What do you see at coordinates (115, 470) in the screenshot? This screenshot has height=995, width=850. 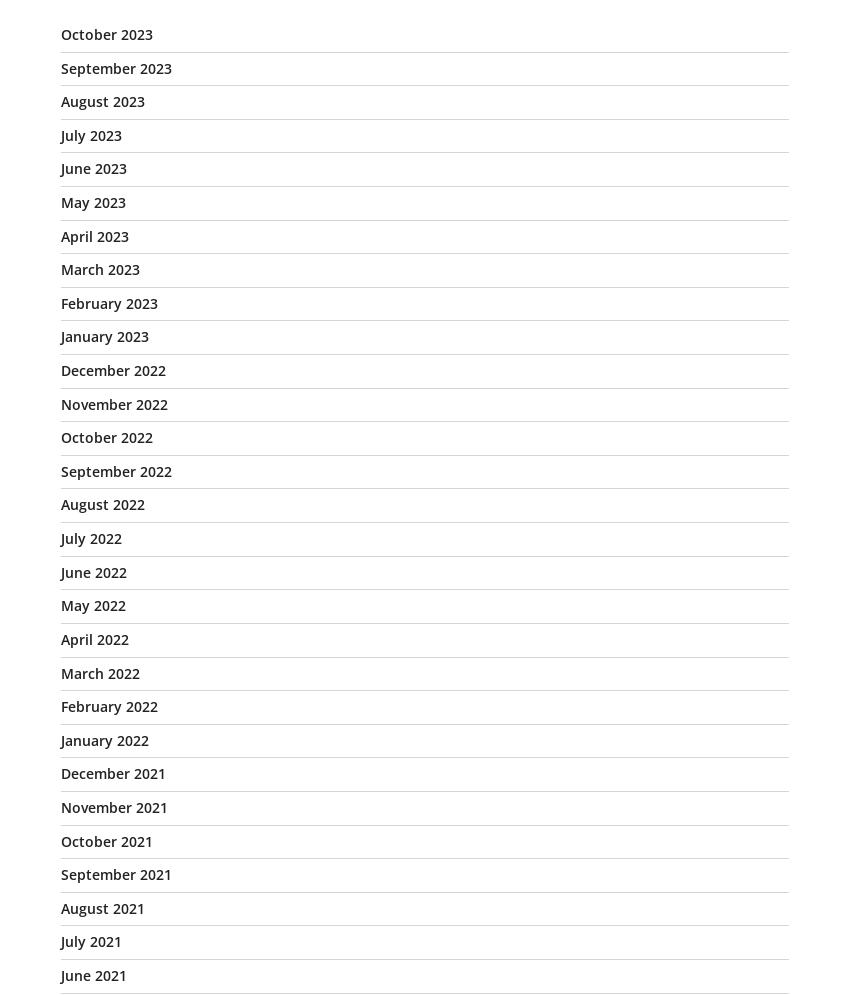 I see `'September 2022'` at bounding box center [115, 470].